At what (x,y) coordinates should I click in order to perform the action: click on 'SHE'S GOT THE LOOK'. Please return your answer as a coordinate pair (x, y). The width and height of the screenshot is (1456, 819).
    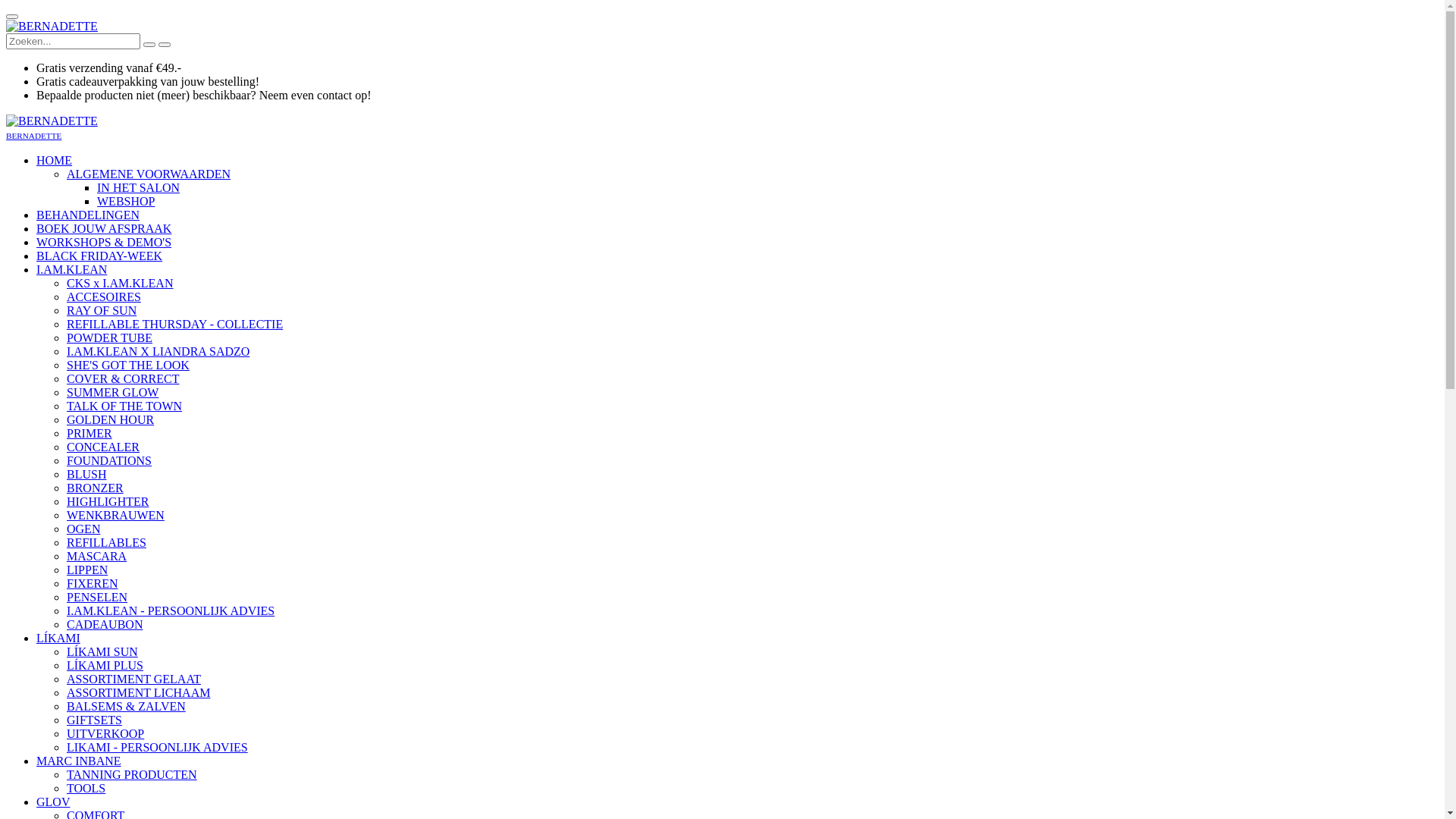
    Looking at the image, I should click on (127, 365).